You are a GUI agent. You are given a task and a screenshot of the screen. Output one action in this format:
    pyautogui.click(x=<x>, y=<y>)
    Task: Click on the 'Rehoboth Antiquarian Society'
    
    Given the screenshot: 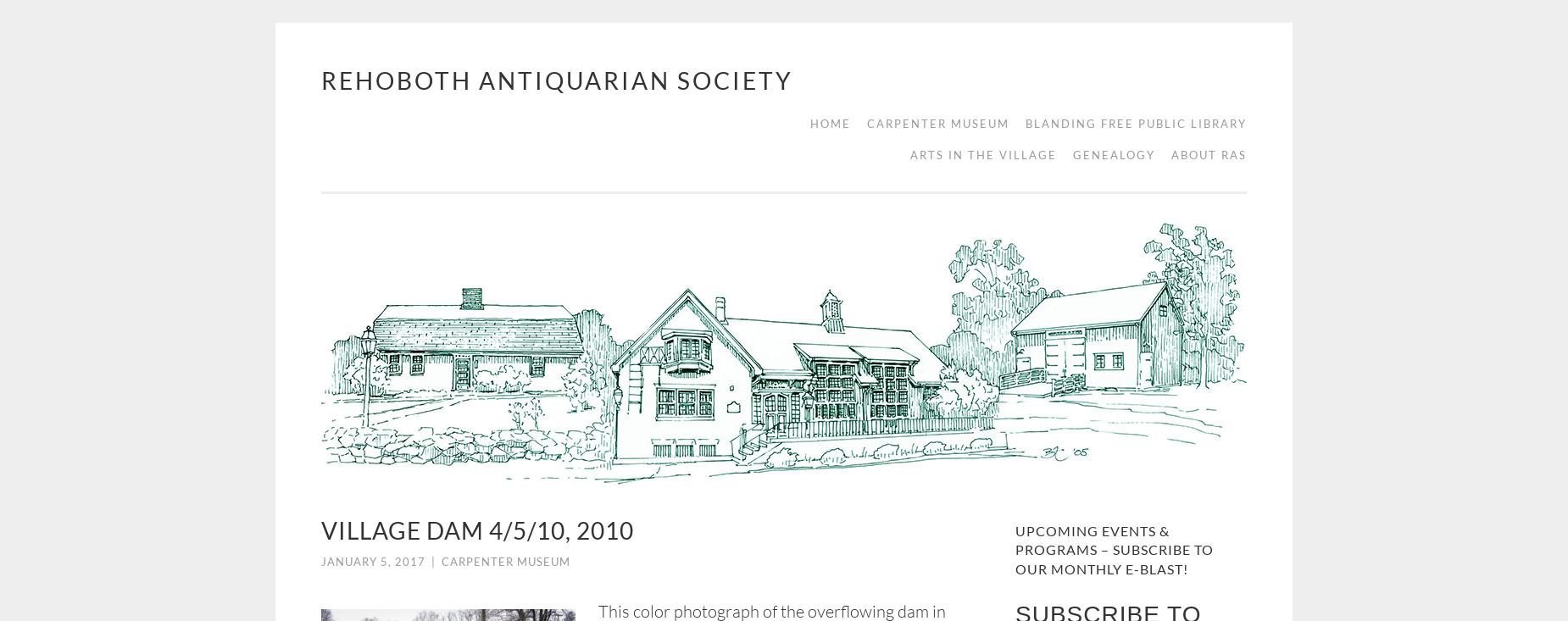 What is the action you would take?
    pyautogui.click(x=557, y=80)
    